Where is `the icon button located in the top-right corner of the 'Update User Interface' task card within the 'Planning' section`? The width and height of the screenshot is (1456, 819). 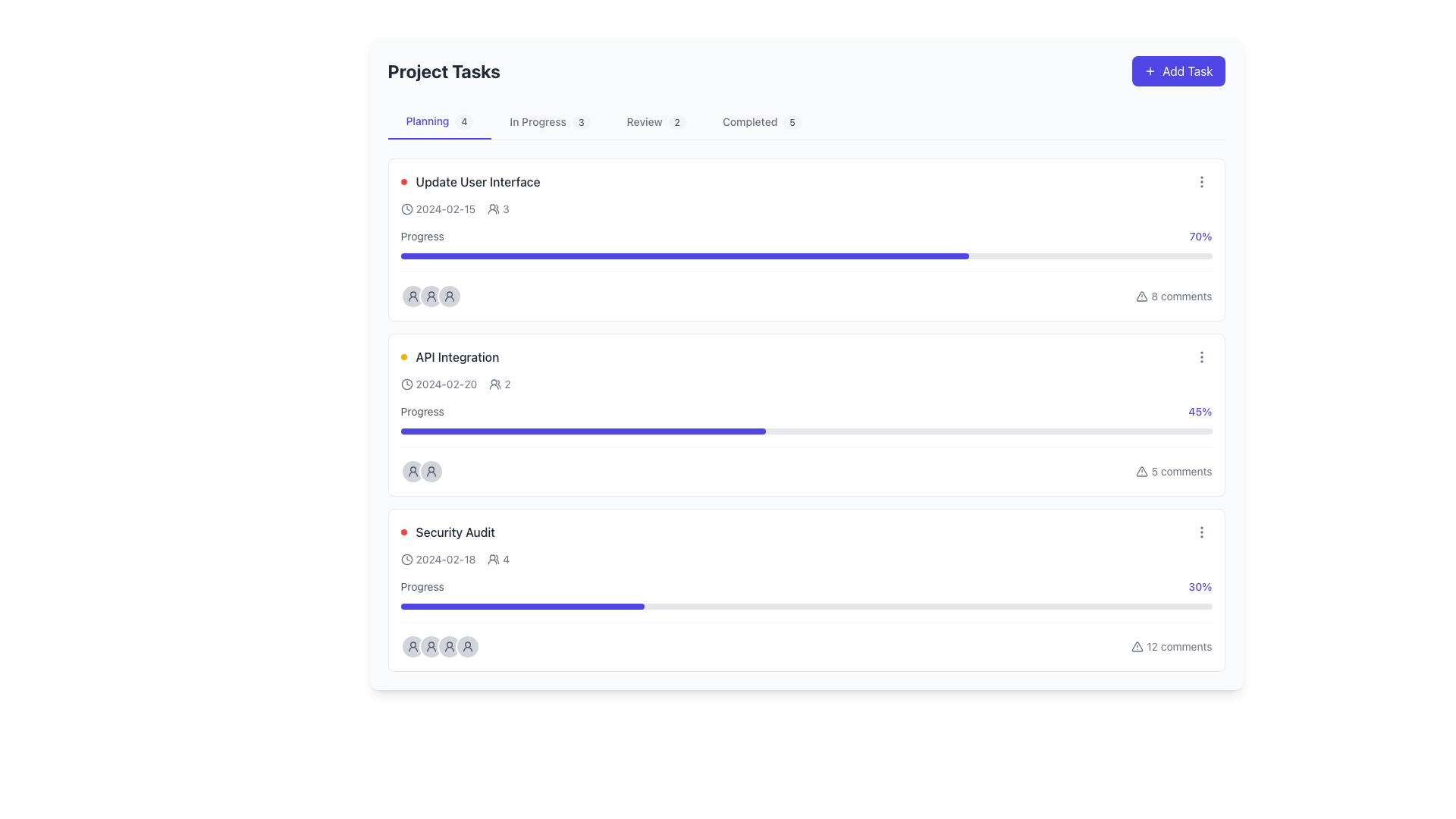
the icon button located in the top-right corner of the 'Update User Interface' task card within the 'Planning' section is located at coordinates (1200, 180).